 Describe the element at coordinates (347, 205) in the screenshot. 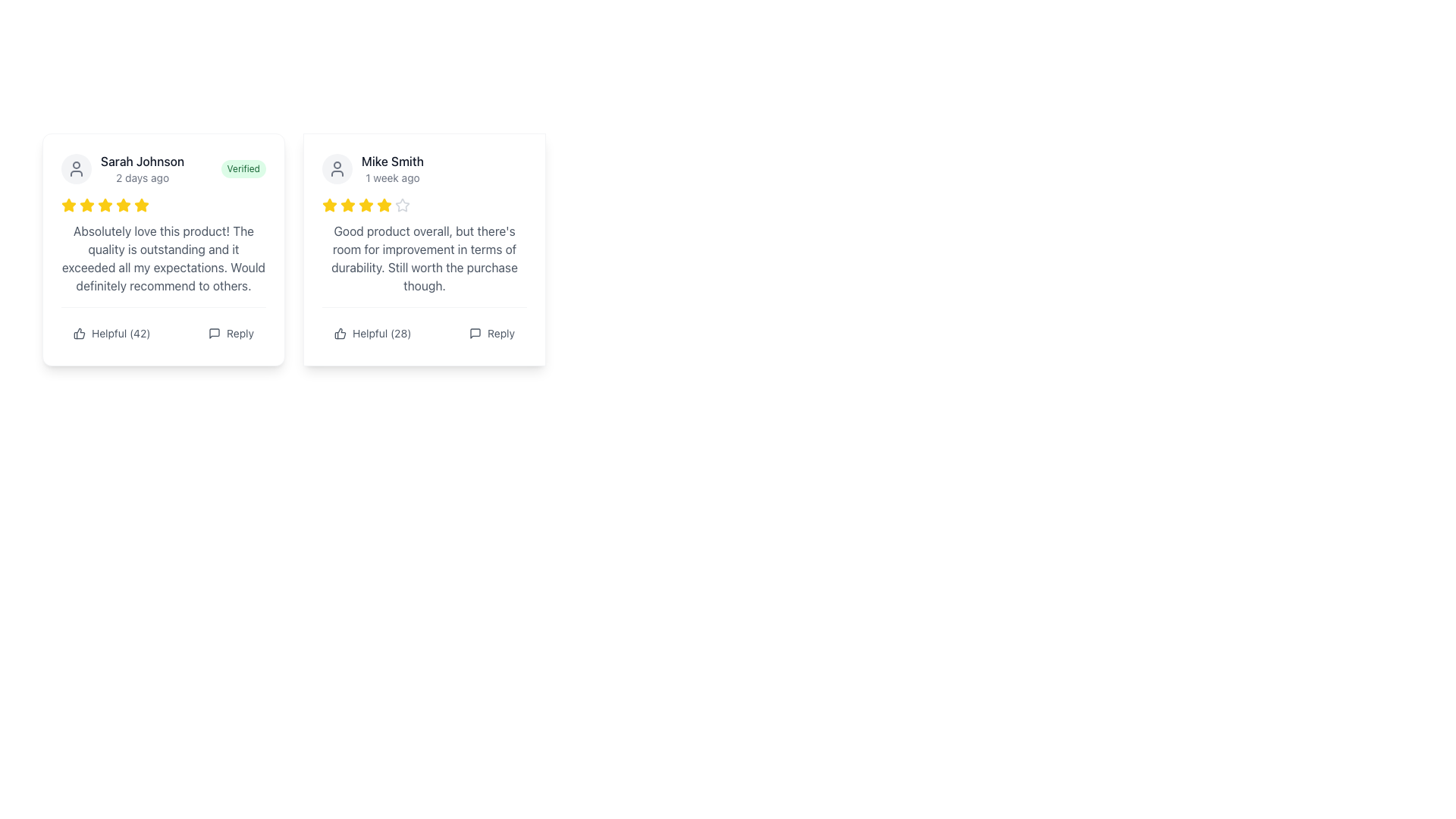

I see `third star icon in the user rating system for the review by 'Mike Smith' using the browser's developer tools` at that location.